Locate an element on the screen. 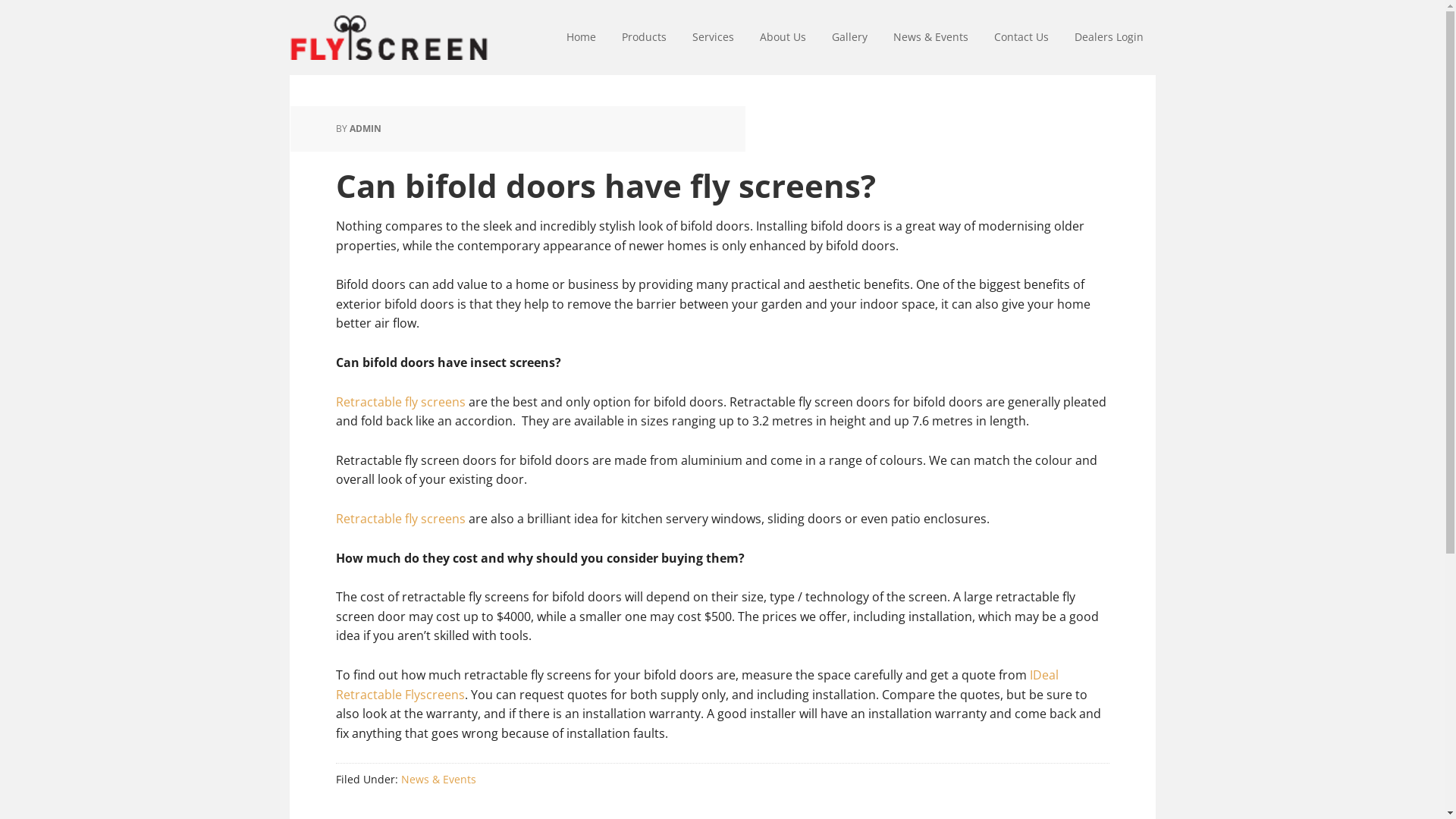 Image resolution: width=1456 pixels, height=819 pixels. 'News & Events' is located at coordinates (437, 779).